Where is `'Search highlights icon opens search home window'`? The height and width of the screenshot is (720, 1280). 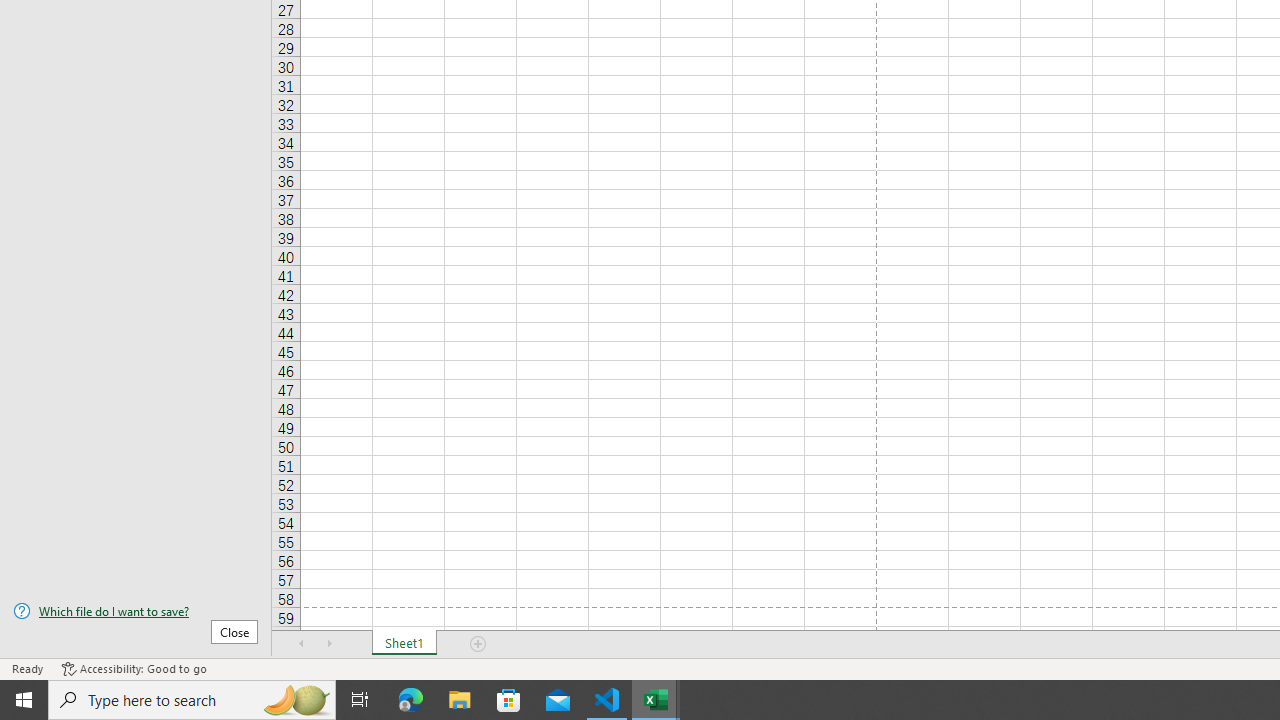 'Search highlights icon opens search home window' is located at coordinates (294, 698).